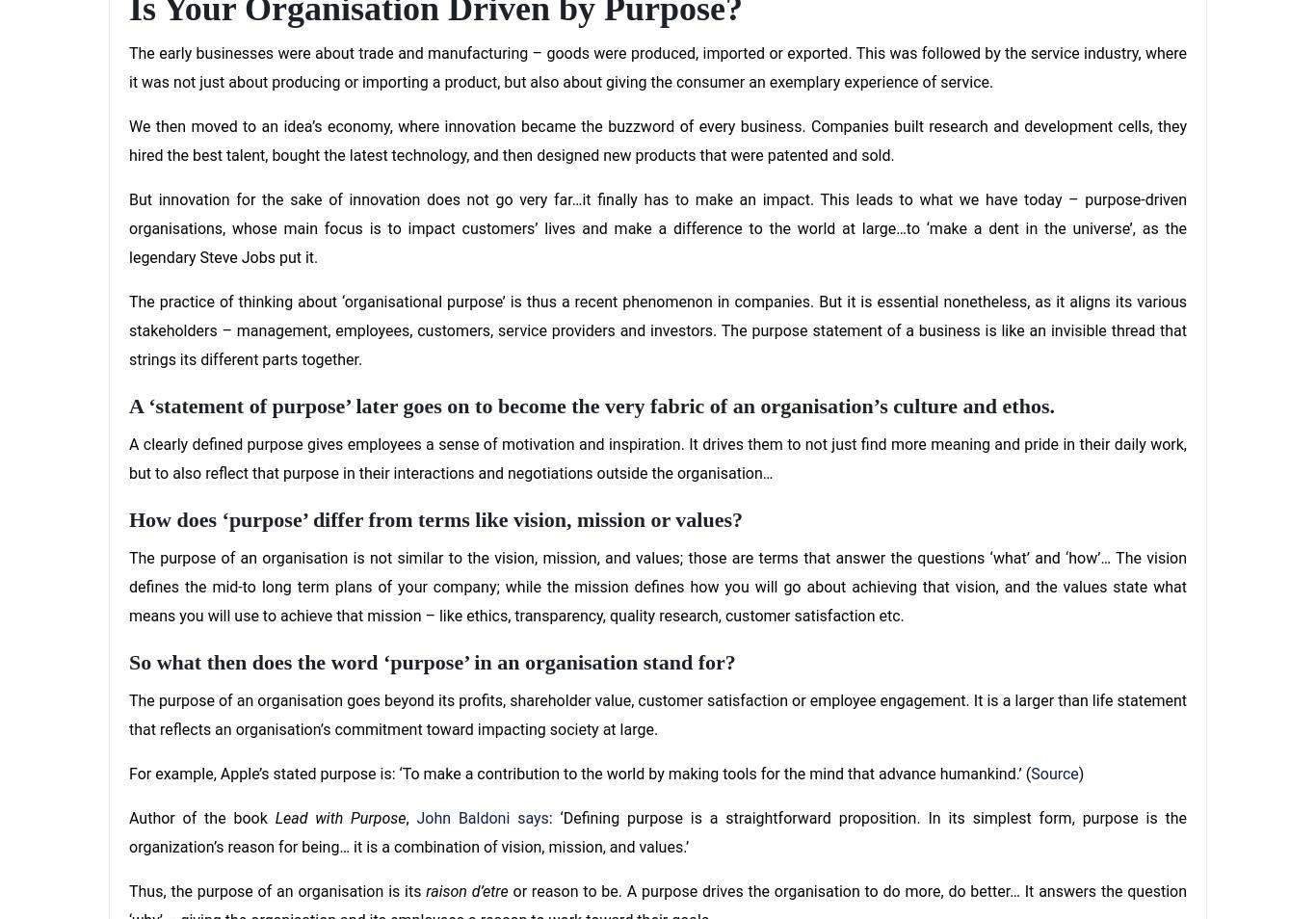 The height and width of the screenshot is (919, 1316). Describe the element at coordinates (338, 817) in the screenshot. I see `'Lead with Purpose'` at that location.